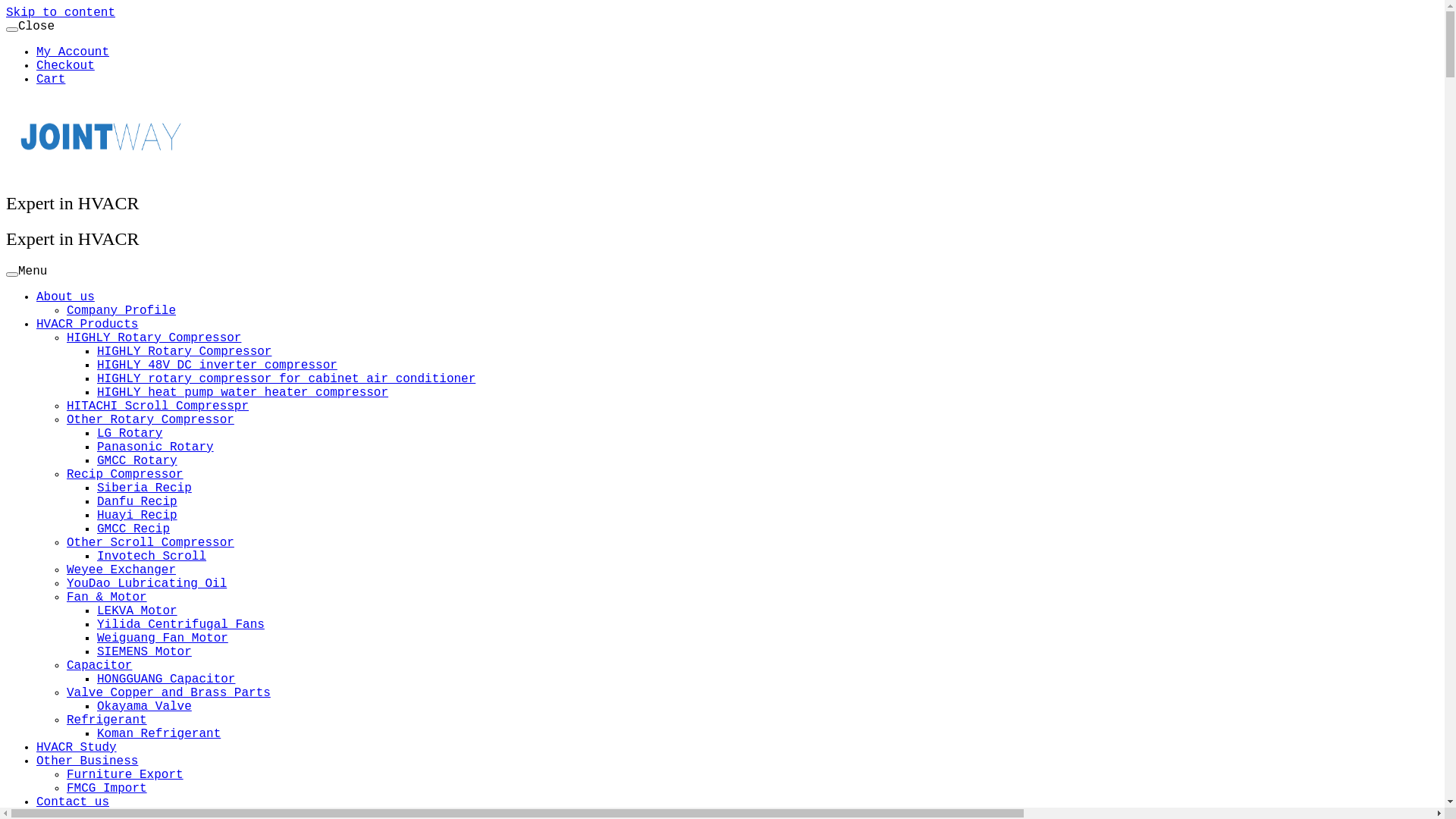 This screenshot has width=1456, height=819. Describe the element at coordinates (152, 556) in the screenshot. I see `'Invotech Scroll'` at that location.